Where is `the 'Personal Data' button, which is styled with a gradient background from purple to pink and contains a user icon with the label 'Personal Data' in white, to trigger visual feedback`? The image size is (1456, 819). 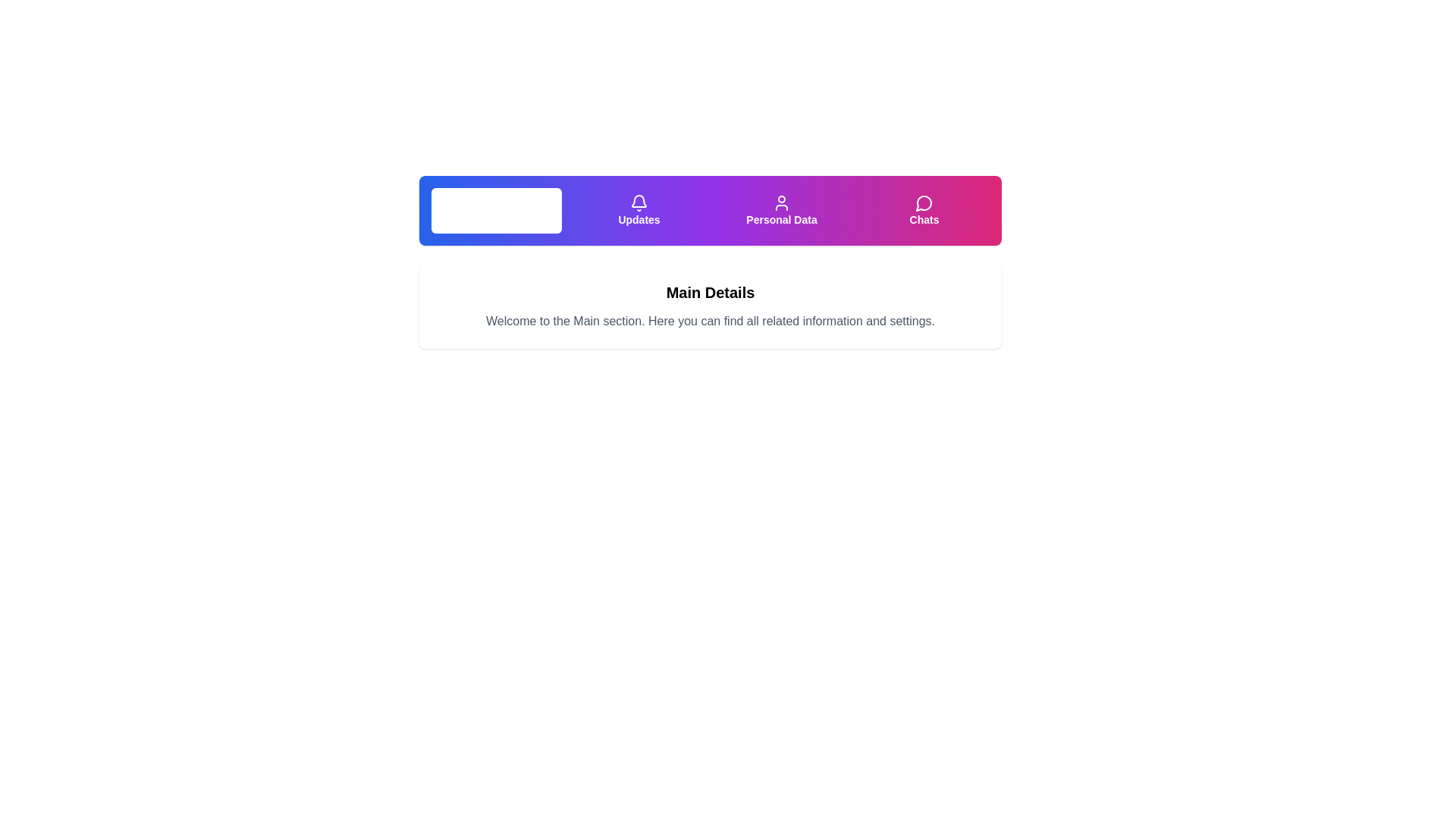
the 'Personal Data' button, which is styled with a gradient background from purple to pink and contains a user icon with the label 'Personal Data' in white, to trigger visual feedback is located at coordinates (782, 210).